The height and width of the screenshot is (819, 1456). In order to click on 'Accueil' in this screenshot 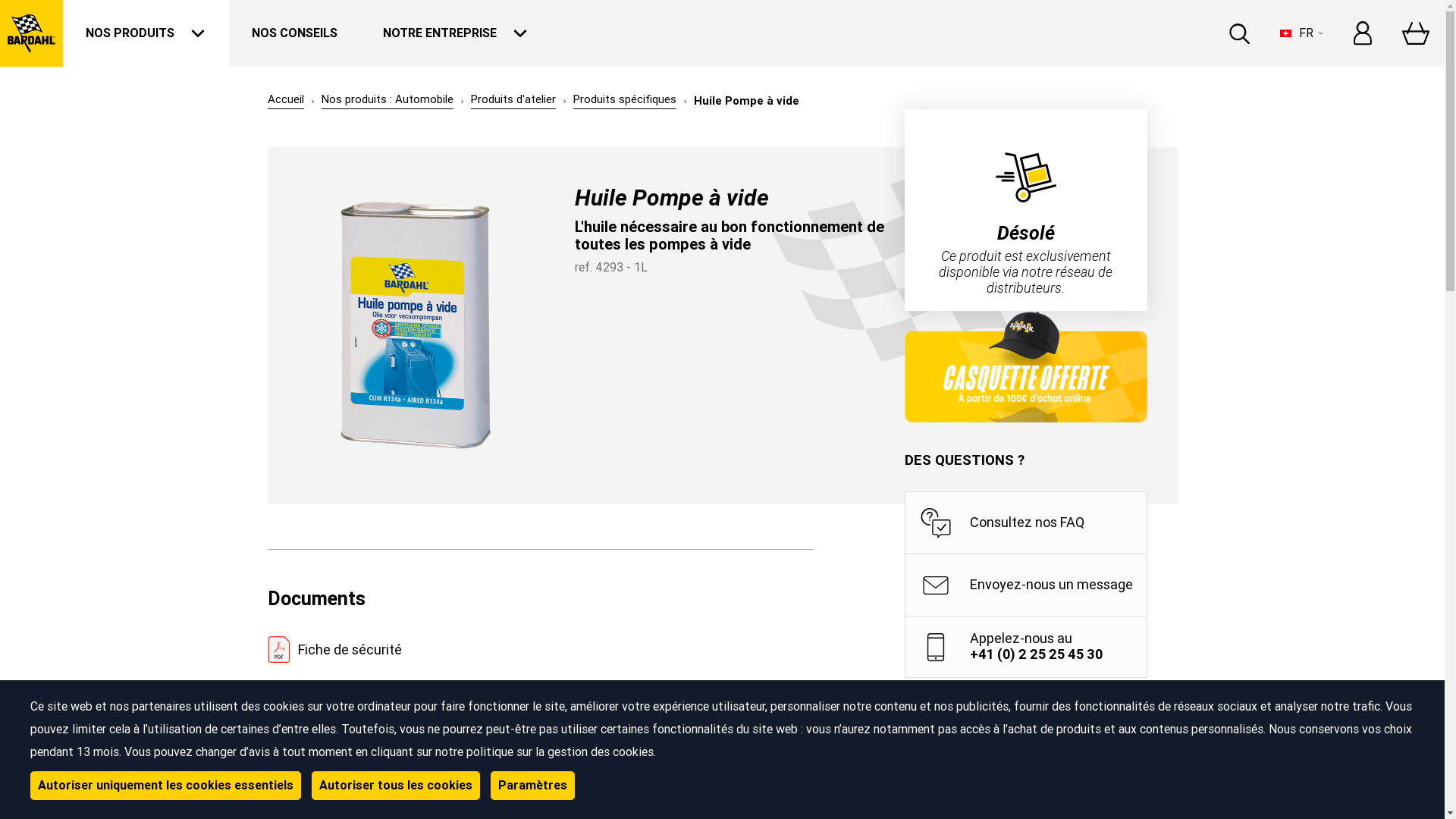, I will do `click(284, 100)`.